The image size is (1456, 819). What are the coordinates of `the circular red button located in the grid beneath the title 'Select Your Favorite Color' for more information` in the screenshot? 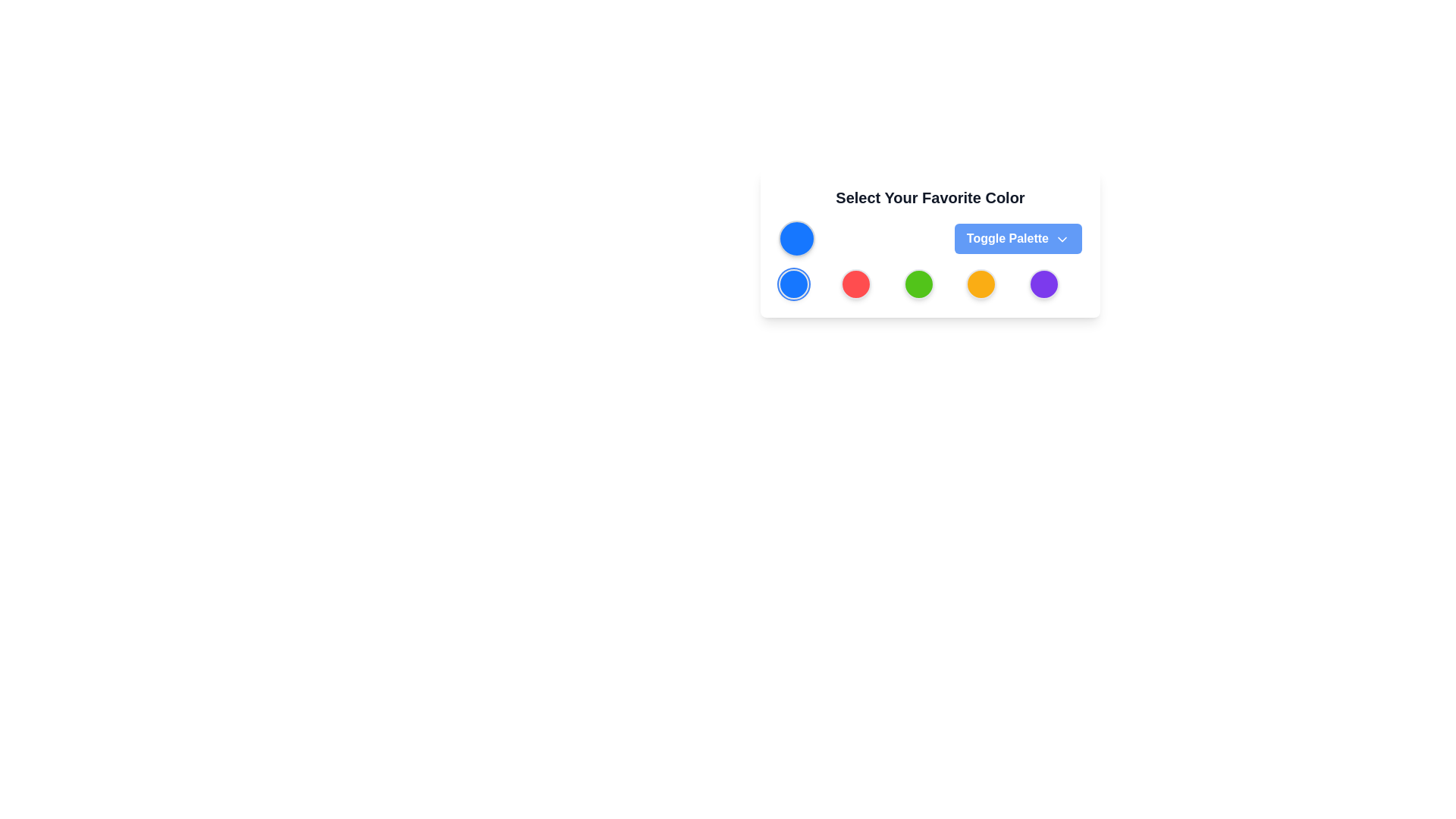 It's located at (856, 284).